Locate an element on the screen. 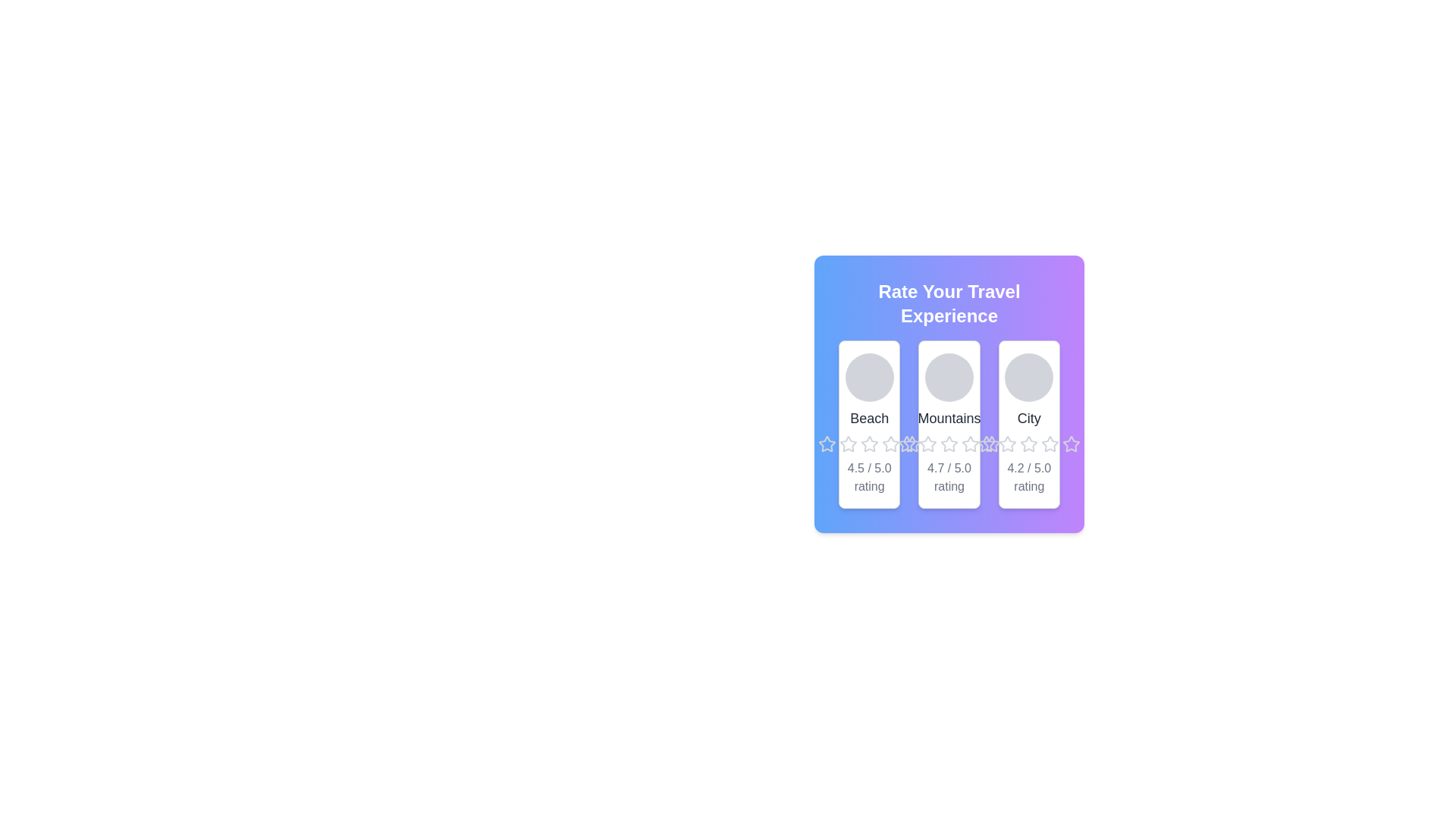 Image resolution: width=1456 pixels, height=819 pixels. the fourth star icon in the rating system under the 'Mountains' section is located at coordinates (992, 444).